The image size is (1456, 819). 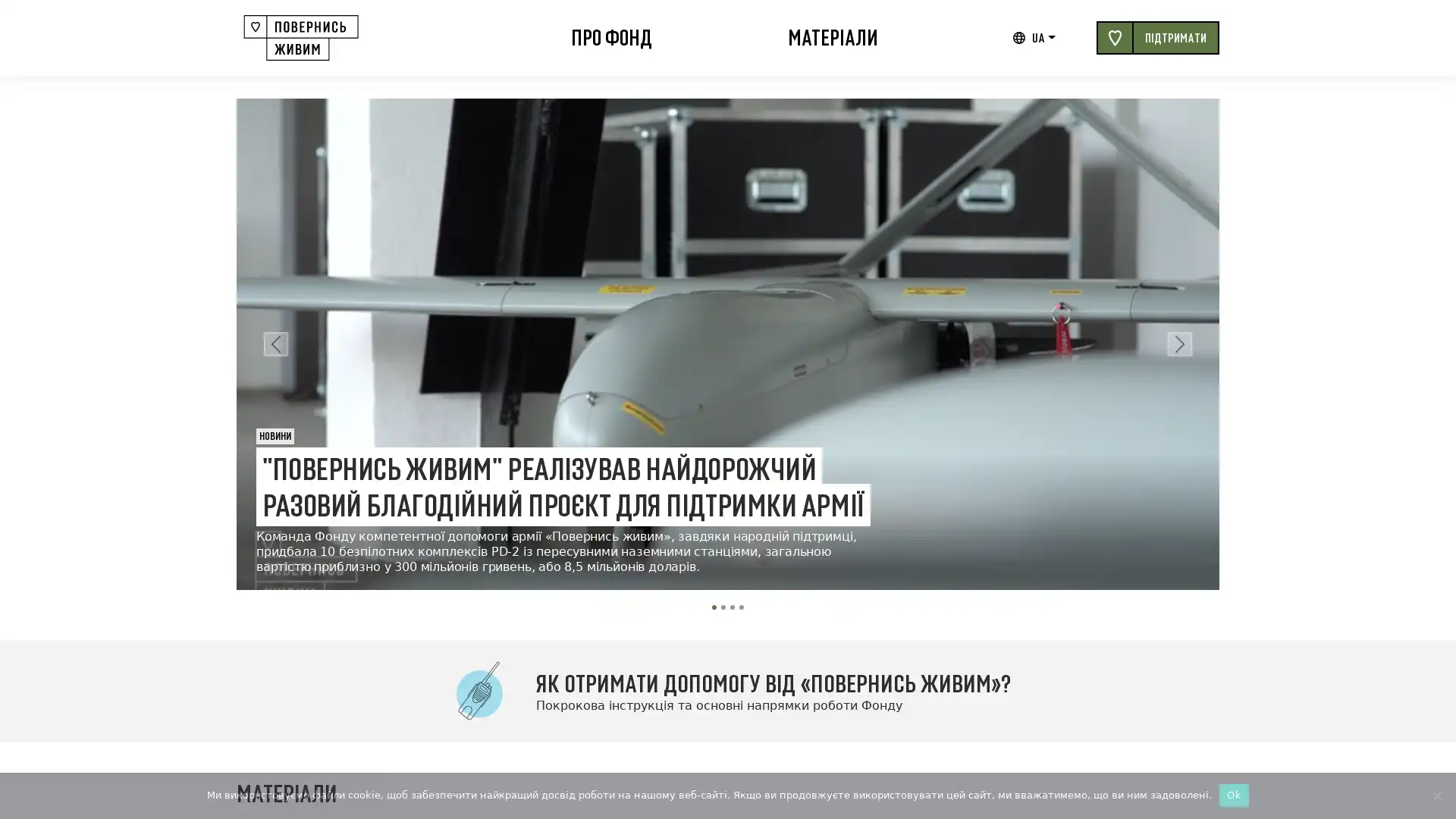 What do you see at coordinates (1043, 37) in the screenshot?
I see `UA` at bounding box center [1043, 37].